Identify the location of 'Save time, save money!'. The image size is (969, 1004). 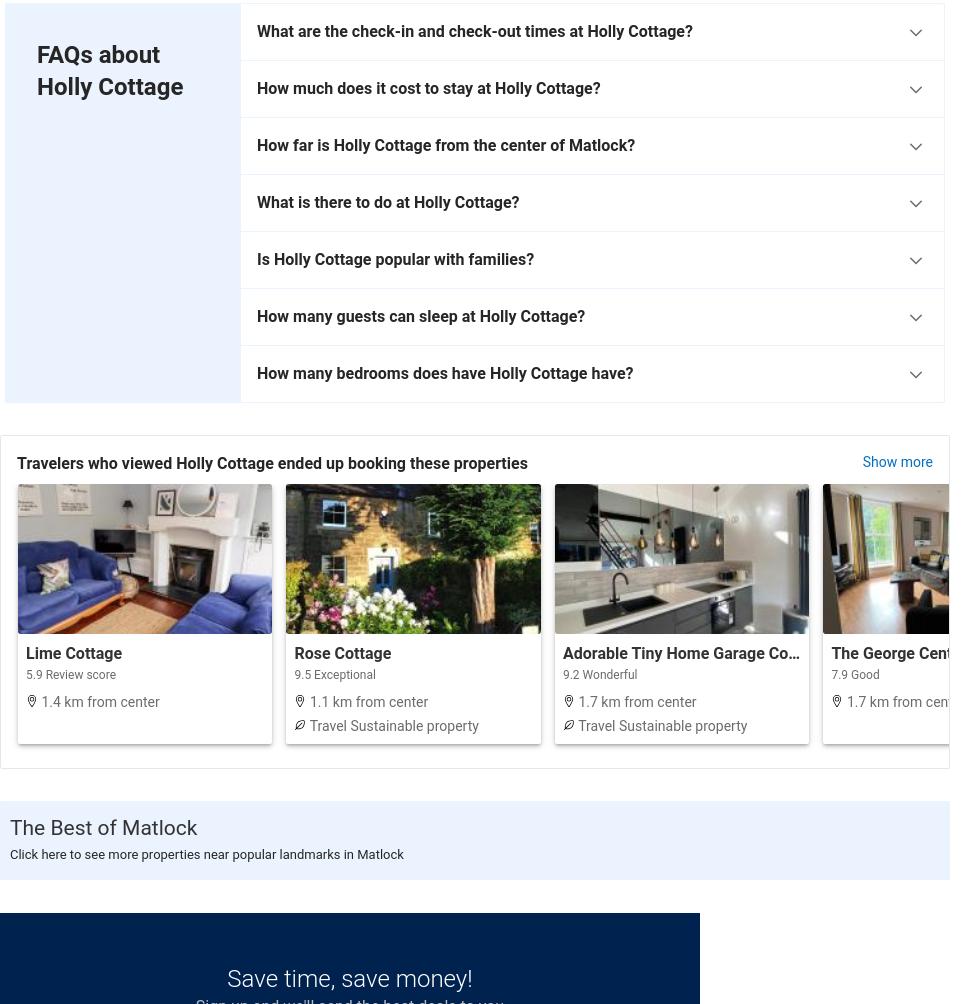
(348, 976).